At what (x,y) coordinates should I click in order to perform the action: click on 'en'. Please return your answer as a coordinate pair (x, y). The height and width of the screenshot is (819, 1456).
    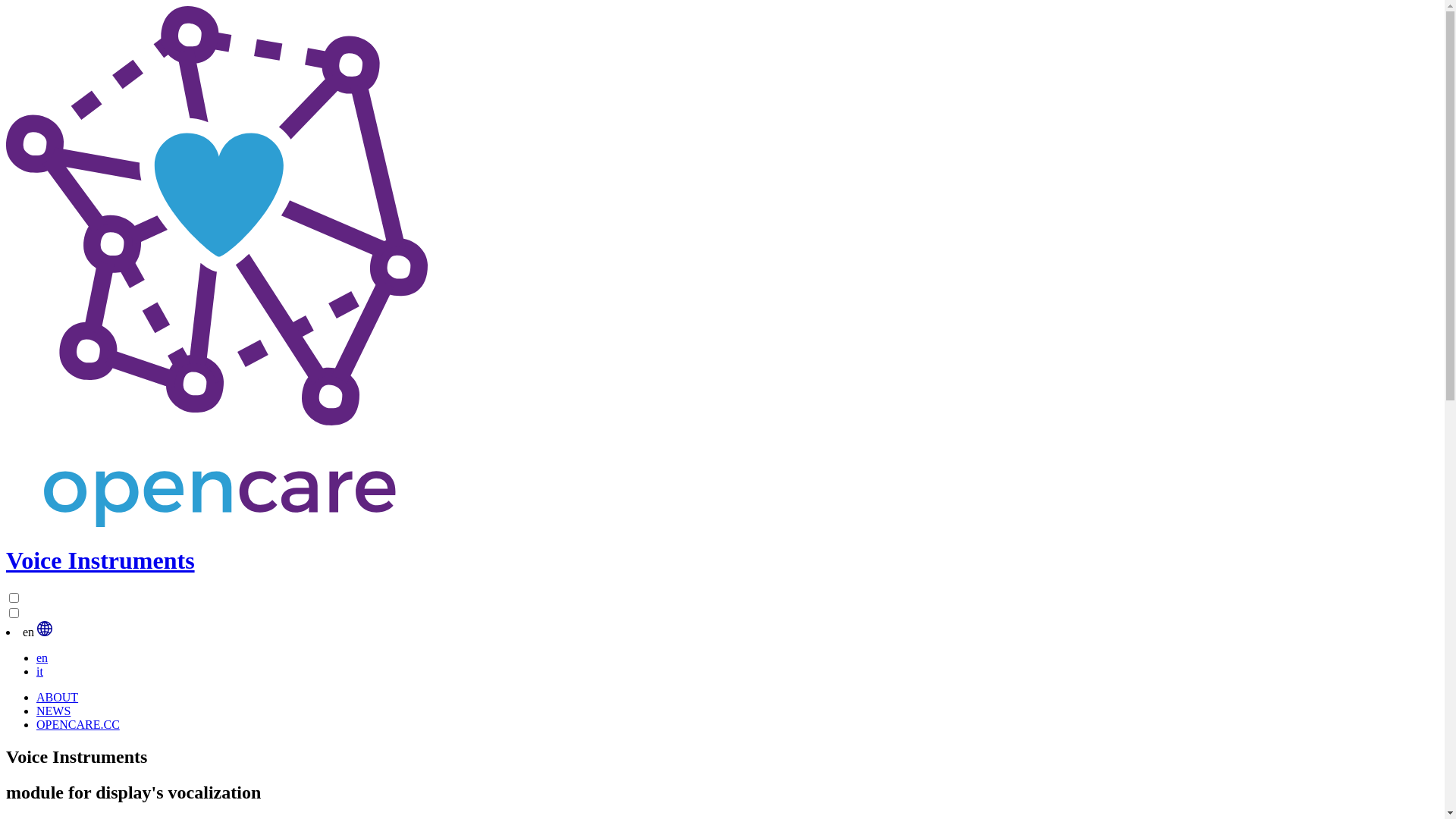
    Looking at the image, I should click on (36, 657).